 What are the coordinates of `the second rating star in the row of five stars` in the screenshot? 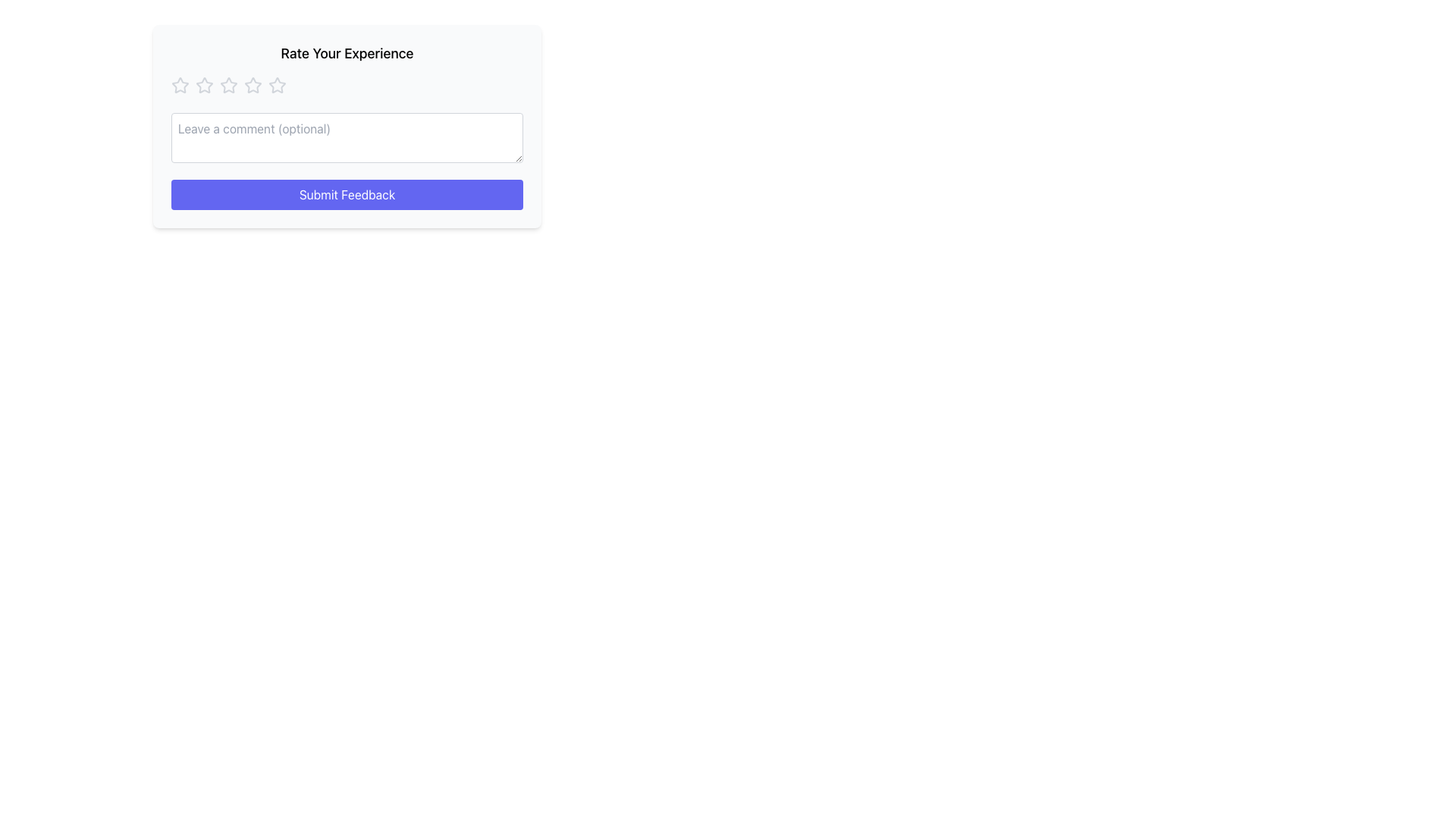 It's located at (203, 85).